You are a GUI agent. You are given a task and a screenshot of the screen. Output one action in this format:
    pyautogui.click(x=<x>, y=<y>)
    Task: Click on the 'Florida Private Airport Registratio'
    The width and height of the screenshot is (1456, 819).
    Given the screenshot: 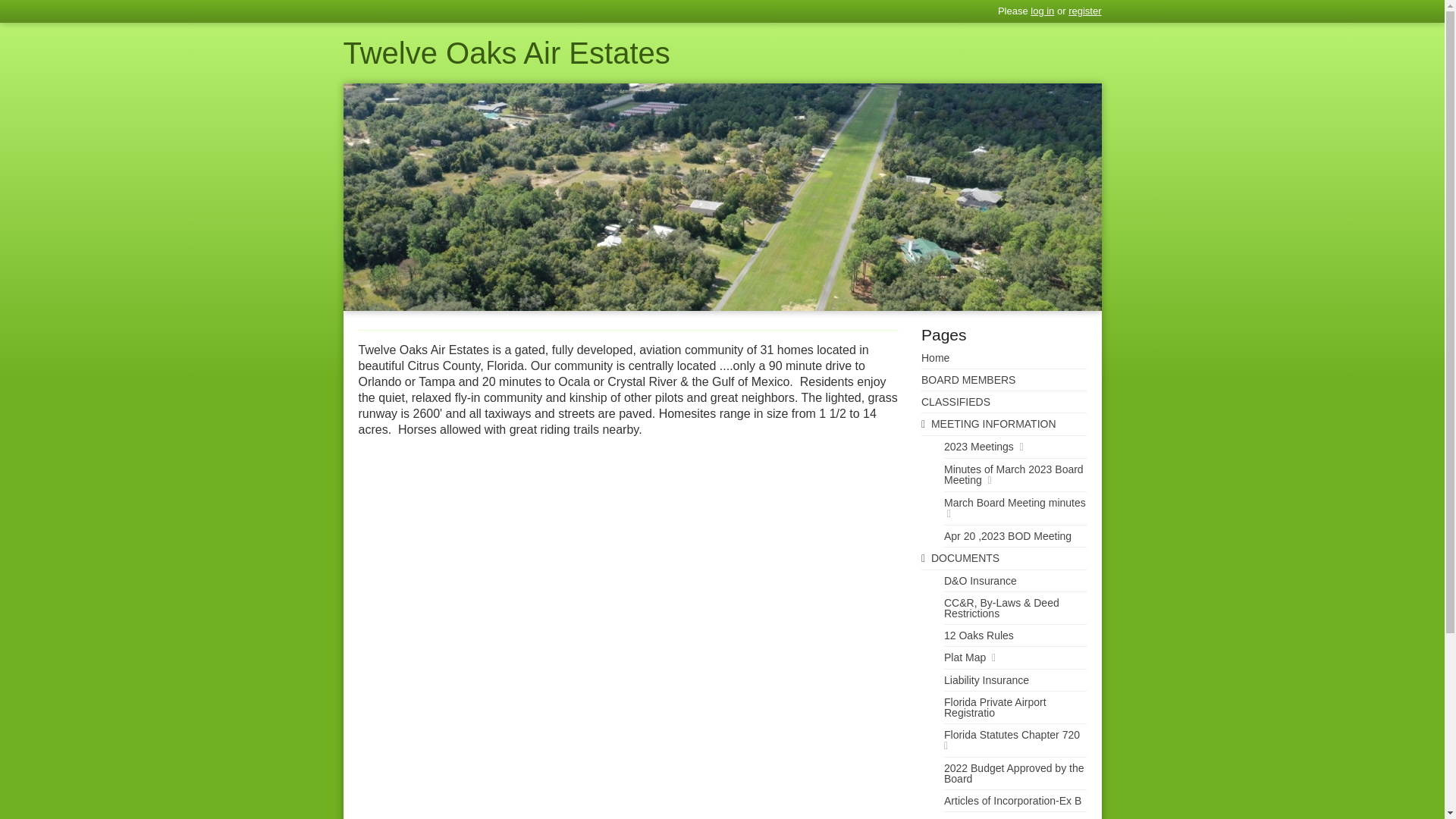 What is the action you would take?
    pyautogui.click(x=1004, y=708)
    